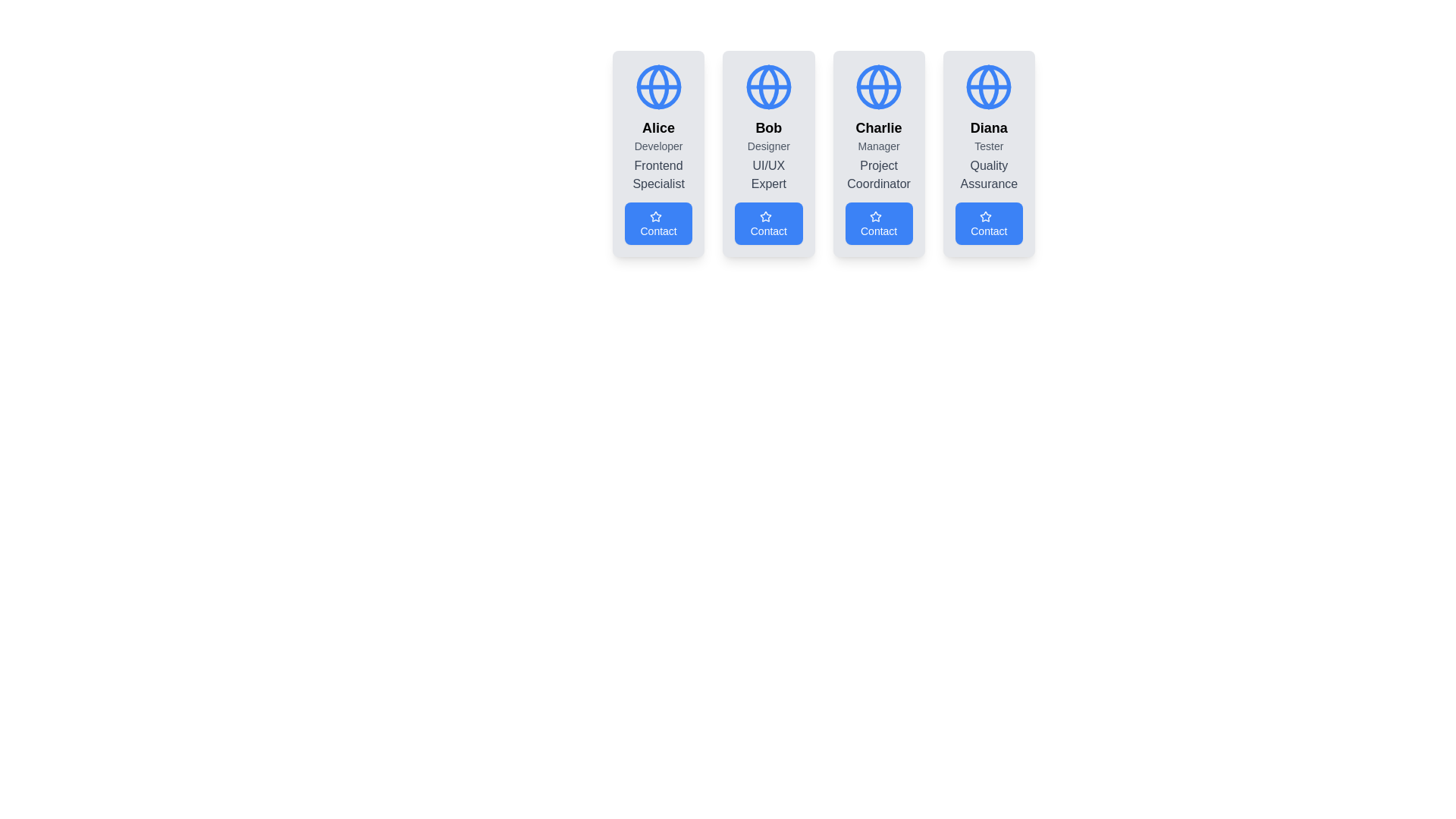  I want to click on the text label displaying 'Tester' which is positioned below the name 'Diana' in the fourth person card, so click(989, 146).